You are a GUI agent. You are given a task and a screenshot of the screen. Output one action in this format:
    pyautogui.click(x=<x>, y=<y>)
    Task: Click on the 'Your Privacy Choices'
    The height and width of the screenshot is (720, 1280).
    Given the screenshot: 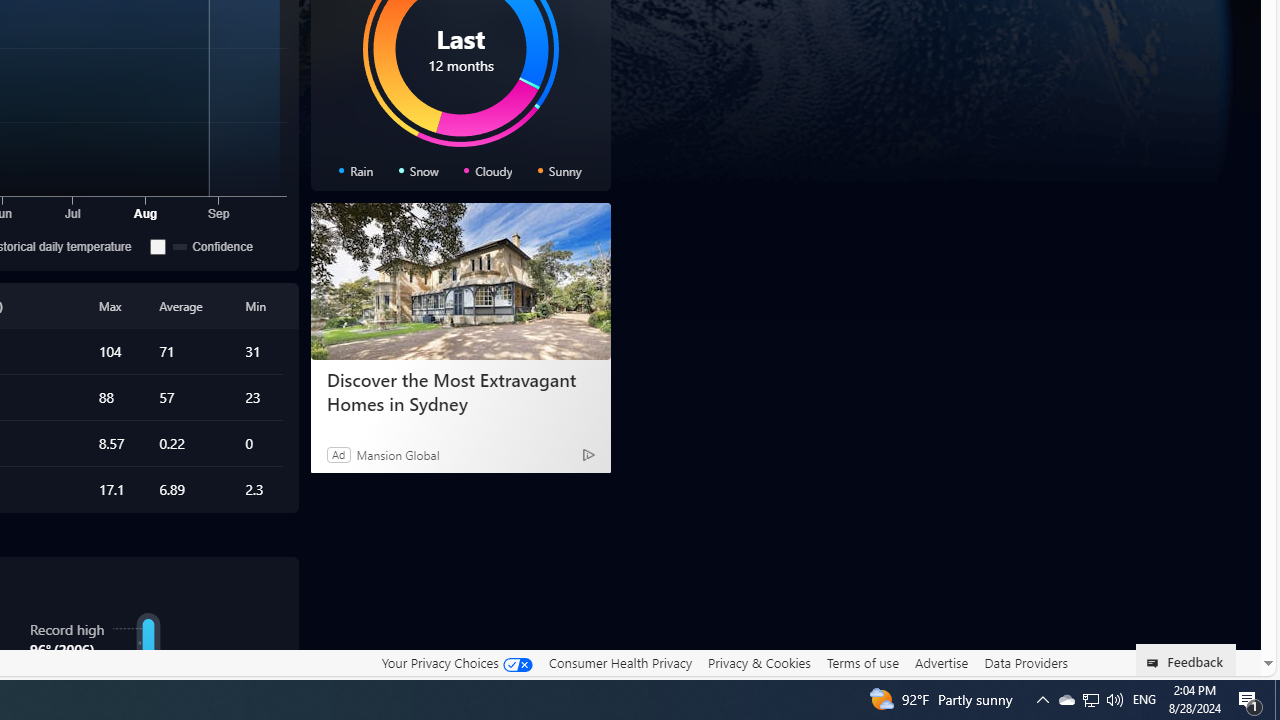 What is the action you would take?
    pyautogui.click(x=455, y=662)
    